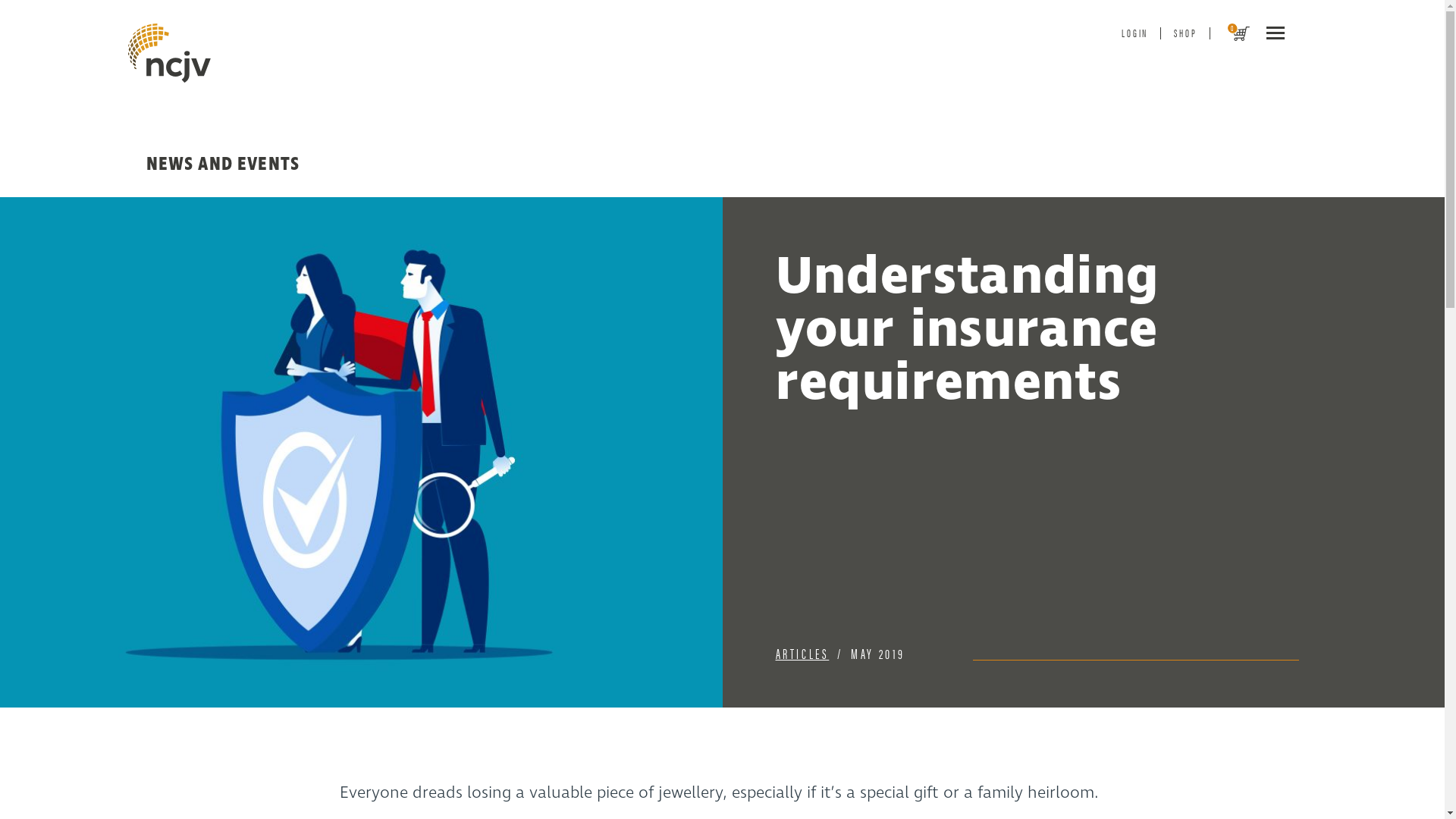  What do you see at coordinates (1109, 32) in the screenshot?
I see `'LOGIN'` at bounding box center [1109, 32].